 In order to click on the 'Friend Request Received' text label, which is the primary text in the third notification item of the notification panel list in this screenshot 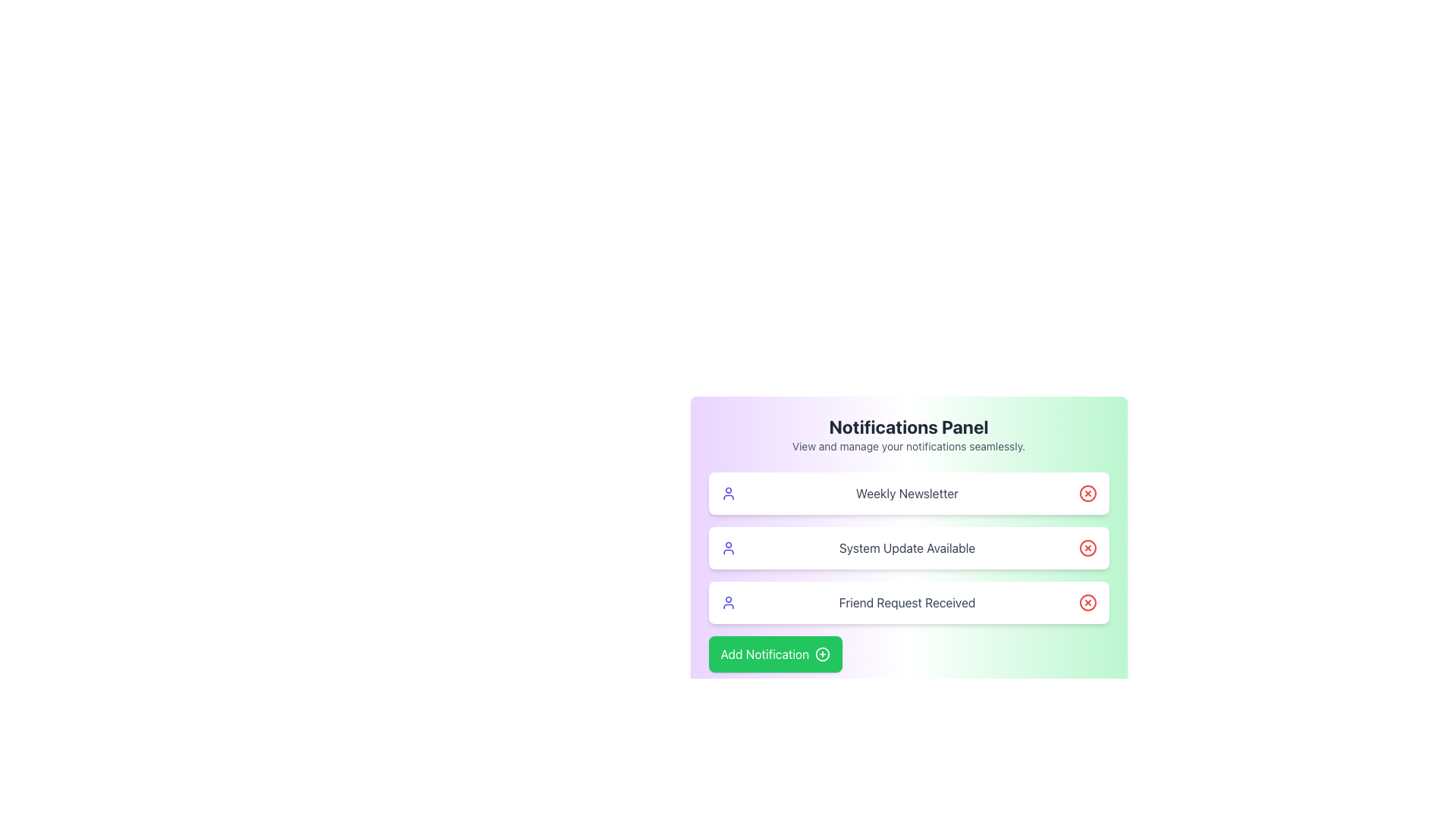, I will do `click(907, 601)`.